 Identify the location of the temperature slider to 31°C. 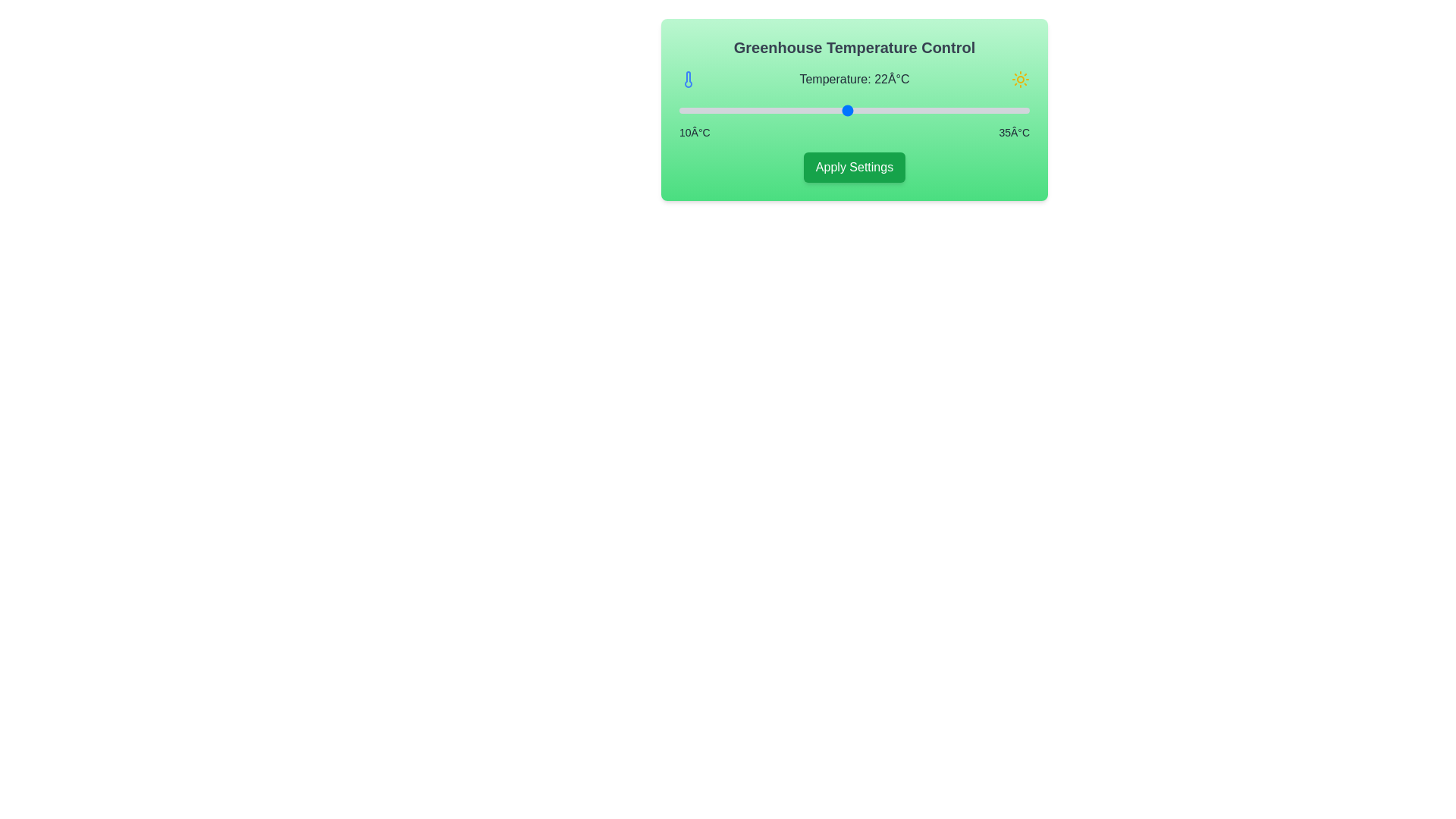
(974, 110).